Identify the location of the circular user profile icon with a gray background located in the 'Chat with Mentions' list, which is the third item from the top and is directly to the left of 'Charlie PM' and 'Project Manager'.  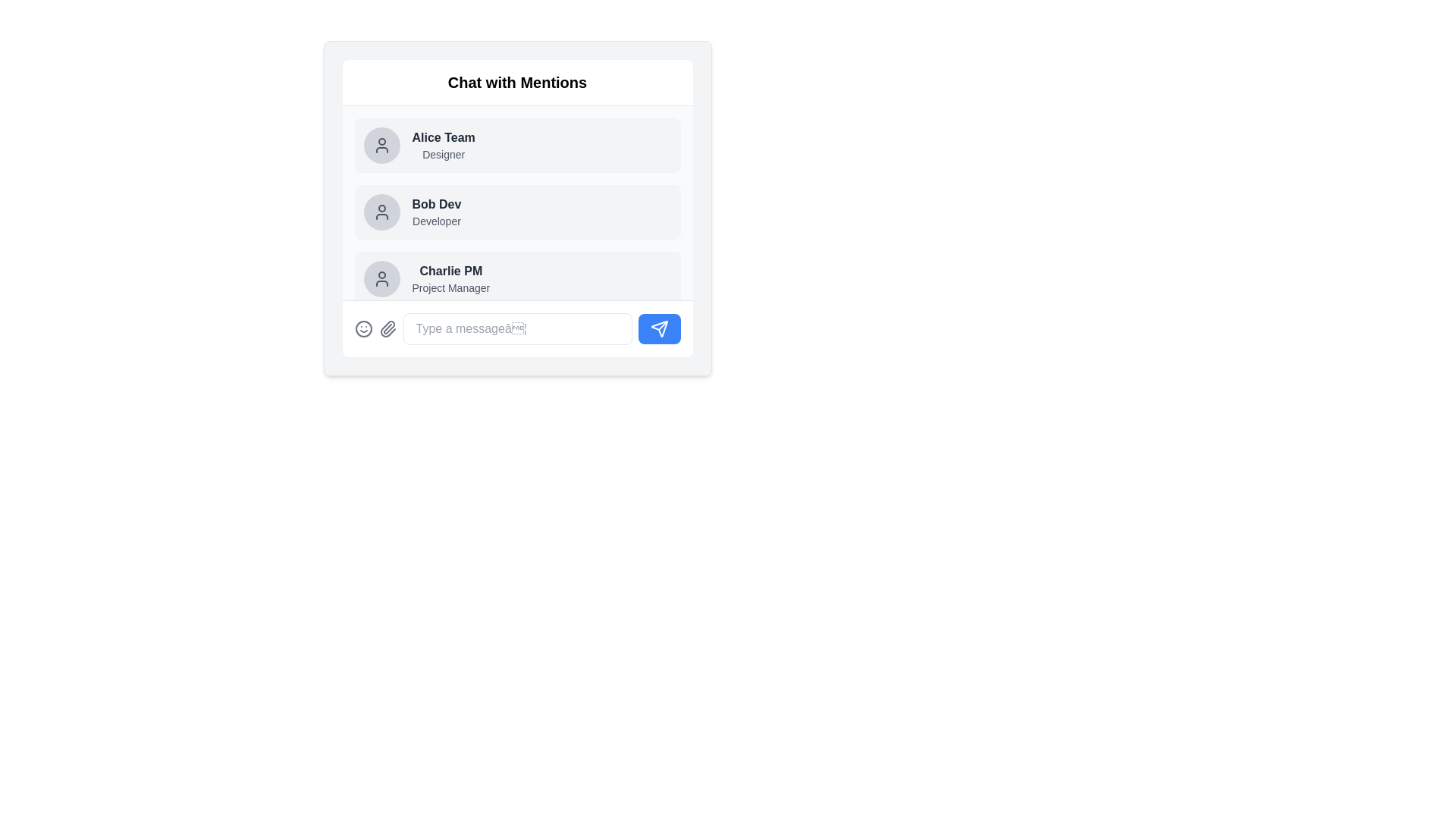
(381, 278).